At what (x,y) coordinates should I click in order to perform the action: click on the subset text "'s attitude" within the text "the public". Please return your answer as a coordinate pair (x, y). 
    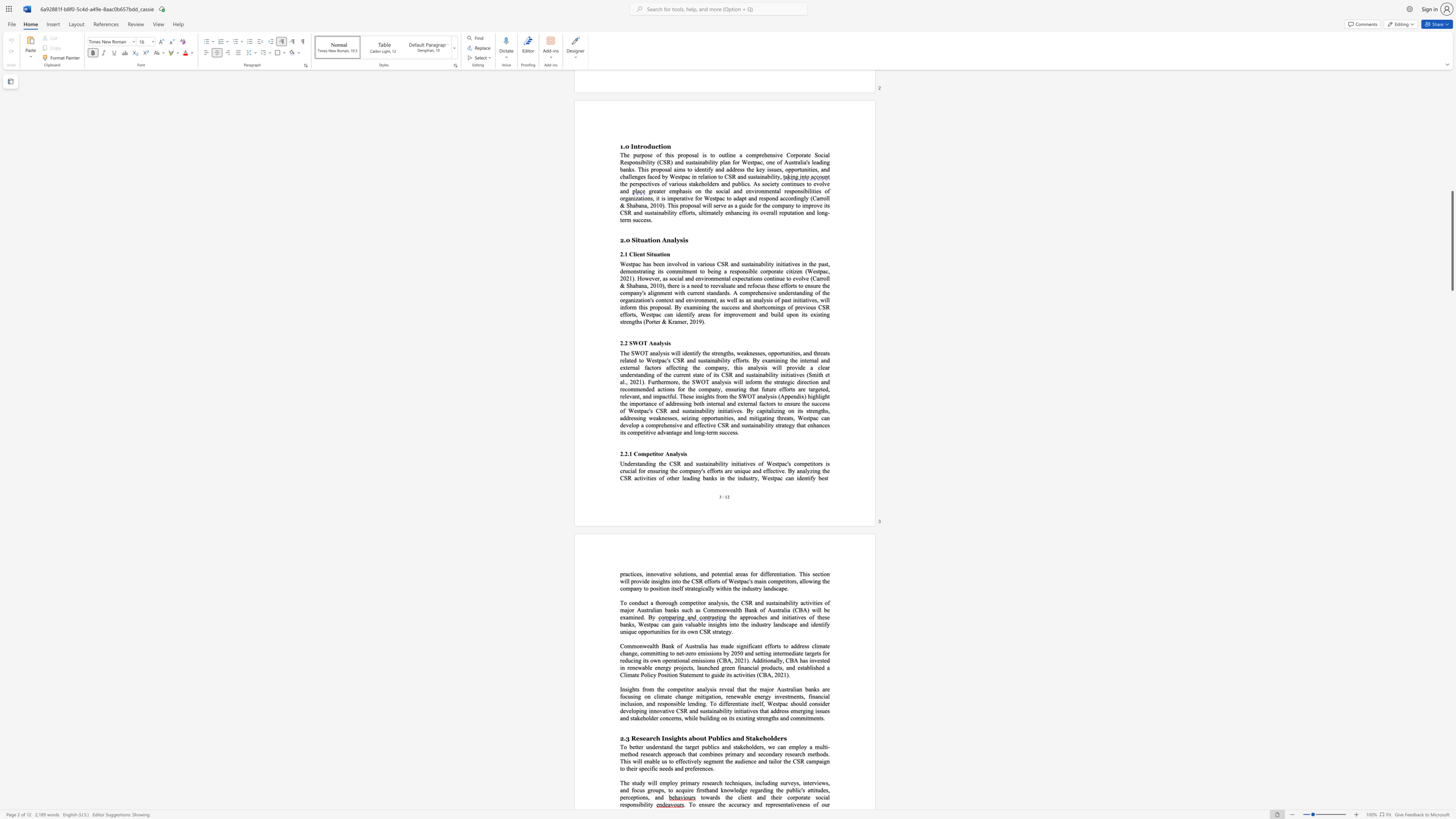
    Looking at the image, I should click on (801, 790).